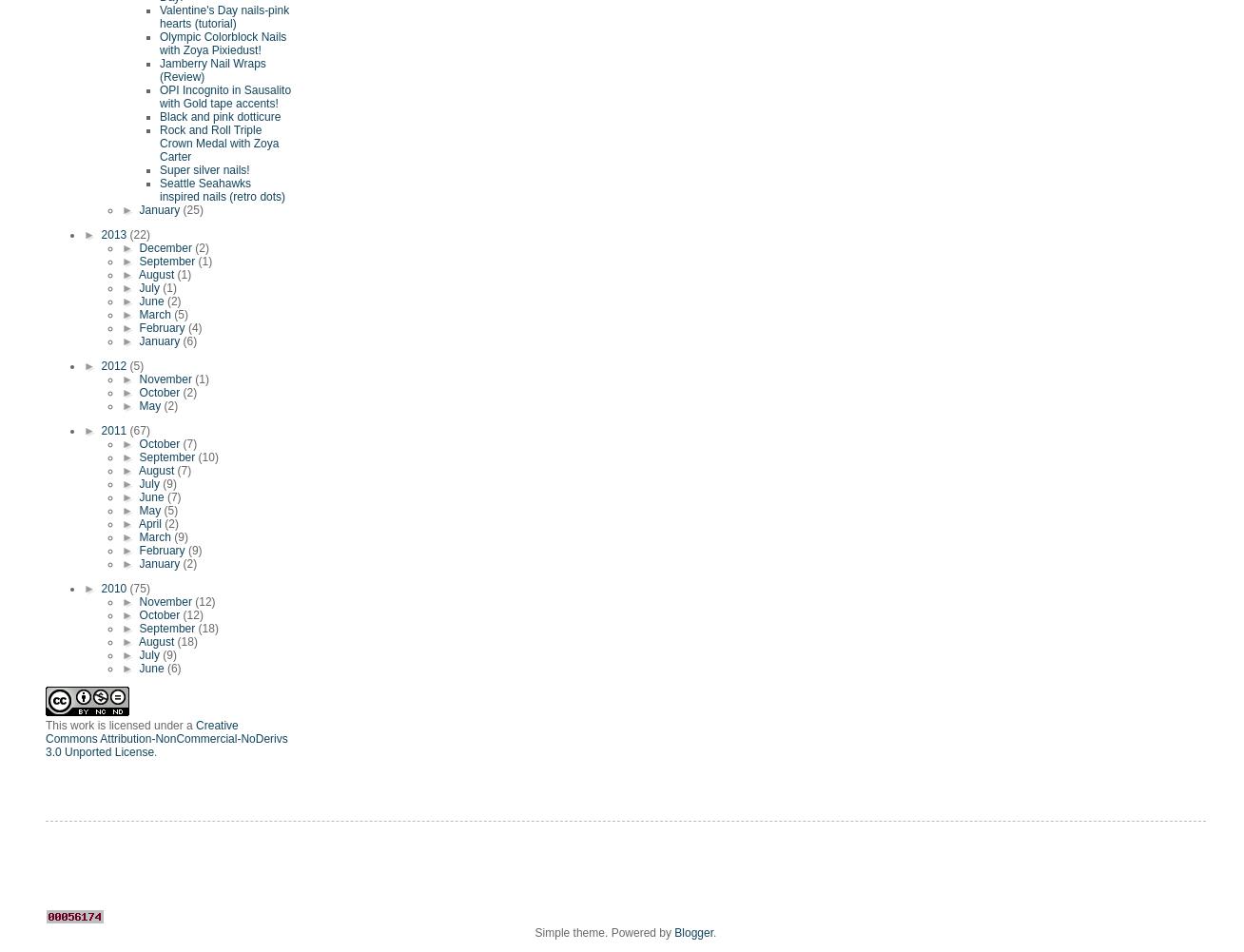  What do you see at coordinates (120, 725) in the screenshot?
I see `'This work is licensed under a'` at bounding box center [120, 725].